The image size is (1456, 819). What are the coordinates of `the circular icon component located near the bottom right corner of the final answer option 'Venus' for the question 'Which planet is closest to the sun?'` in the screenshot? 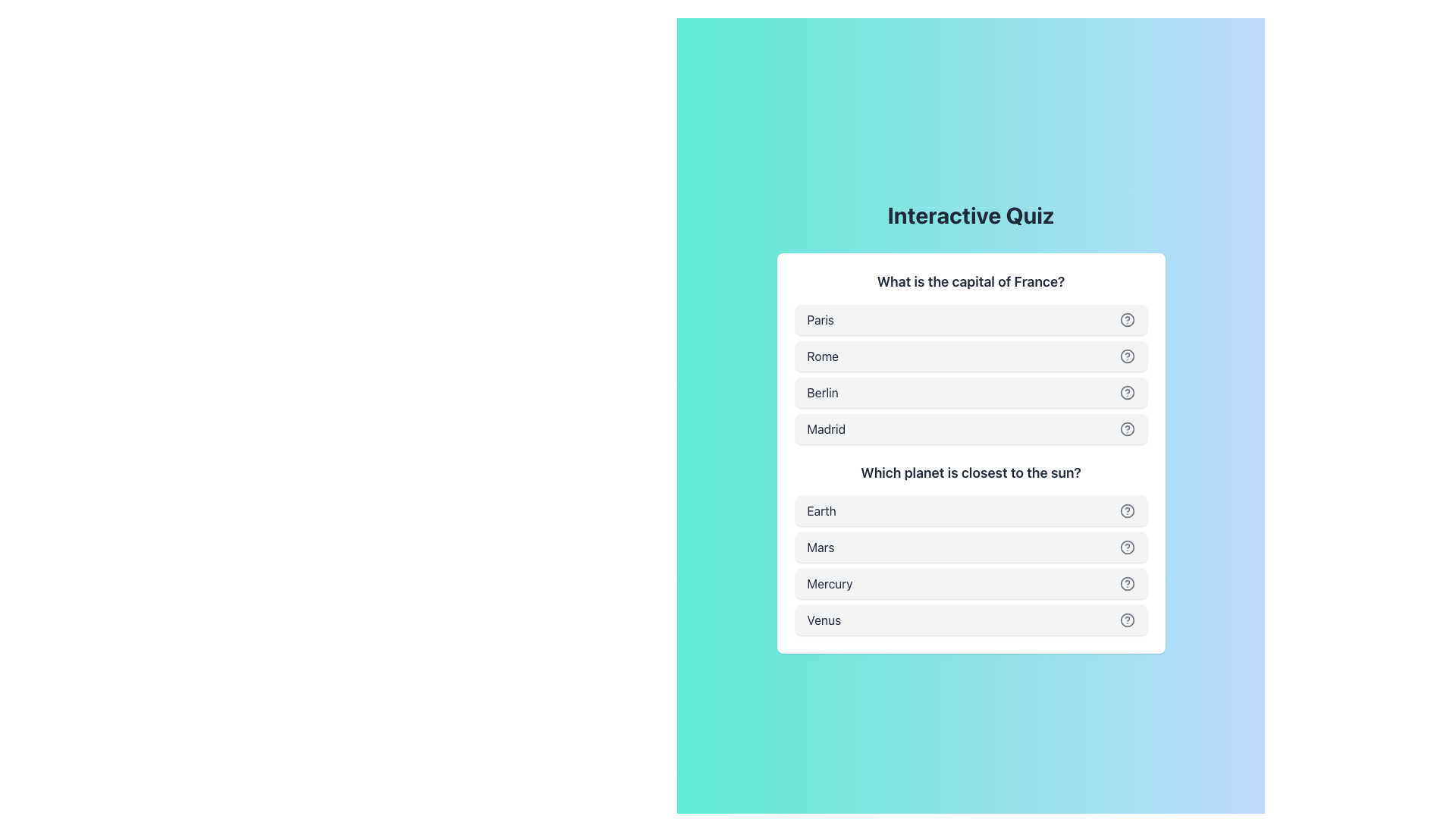 It's located at (1127, 620).